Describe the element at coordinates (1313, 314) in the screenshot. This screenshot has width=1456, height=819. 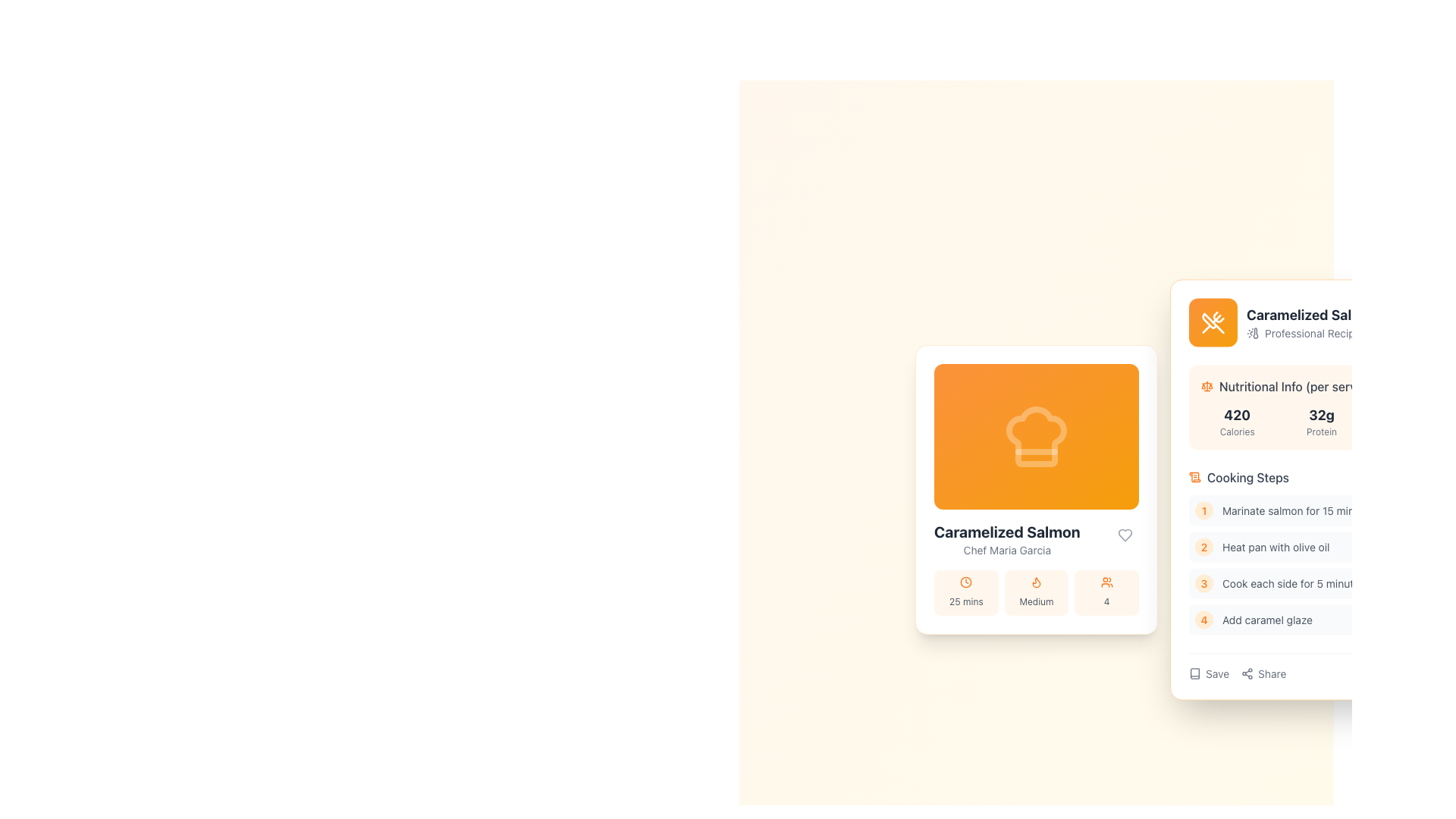
I see `the bold text label reading 'Caramelized Salmon' located at the top-right section of the card, above the subtitle 'Professional Recipe'` at that location.